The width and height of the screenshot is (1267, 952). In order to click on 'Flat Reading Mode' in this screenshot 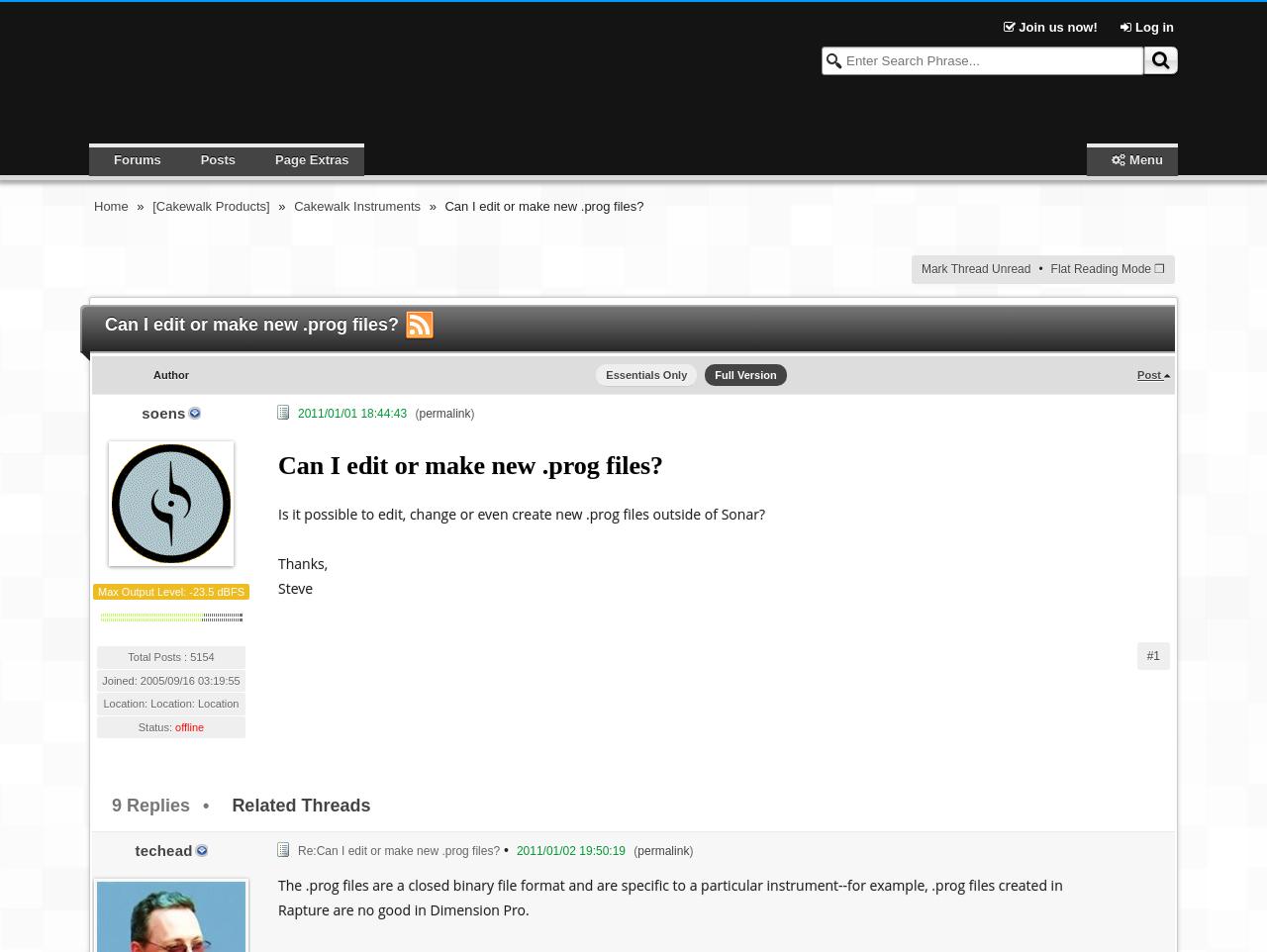, I will do `click(1099, 267)`.